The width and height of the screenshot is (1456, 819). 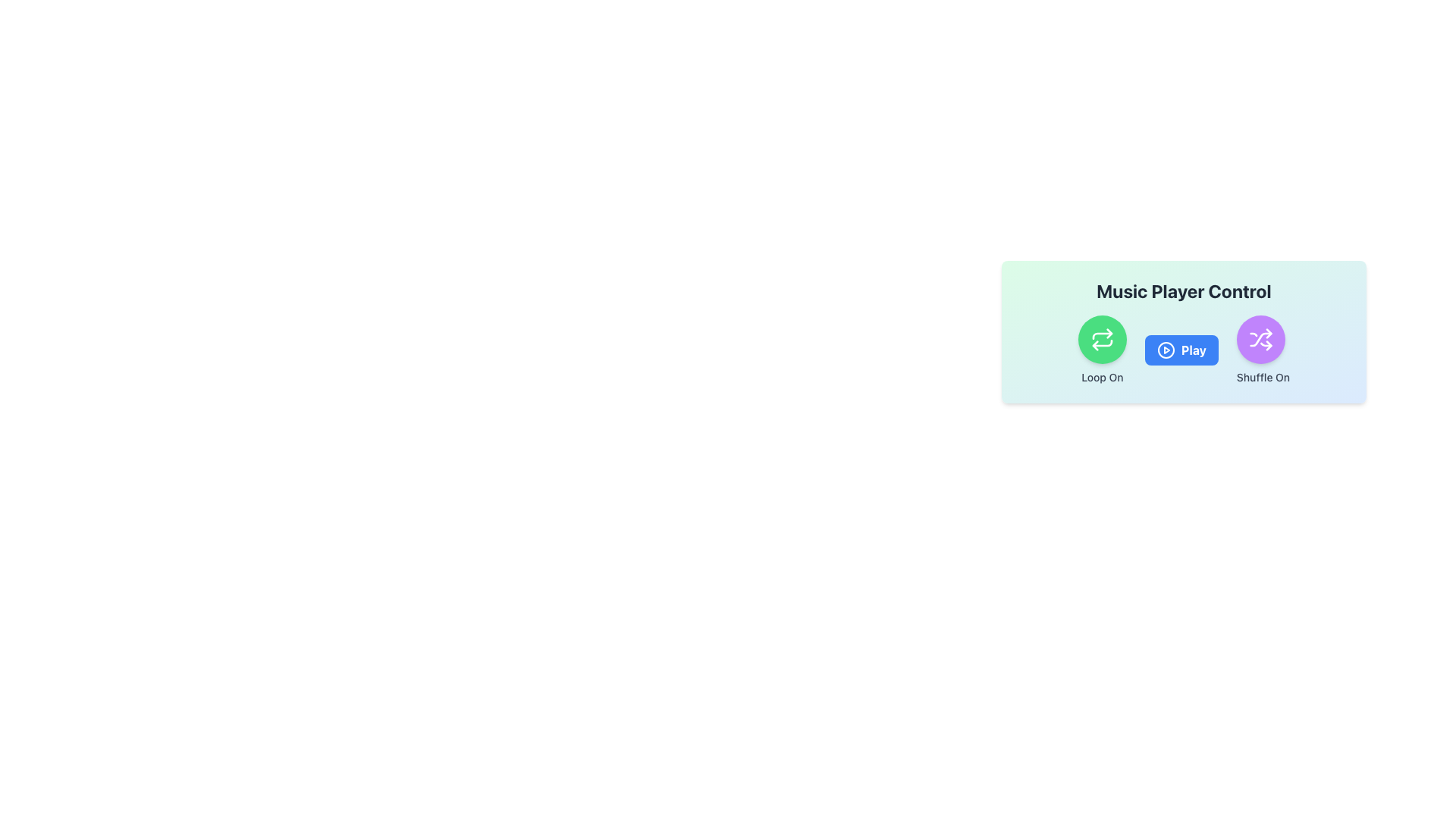 I want to click on text label indicating the current status of the loop control, which displays 'On', positioned below the circular loop icon, so click(x=1102, y=376).